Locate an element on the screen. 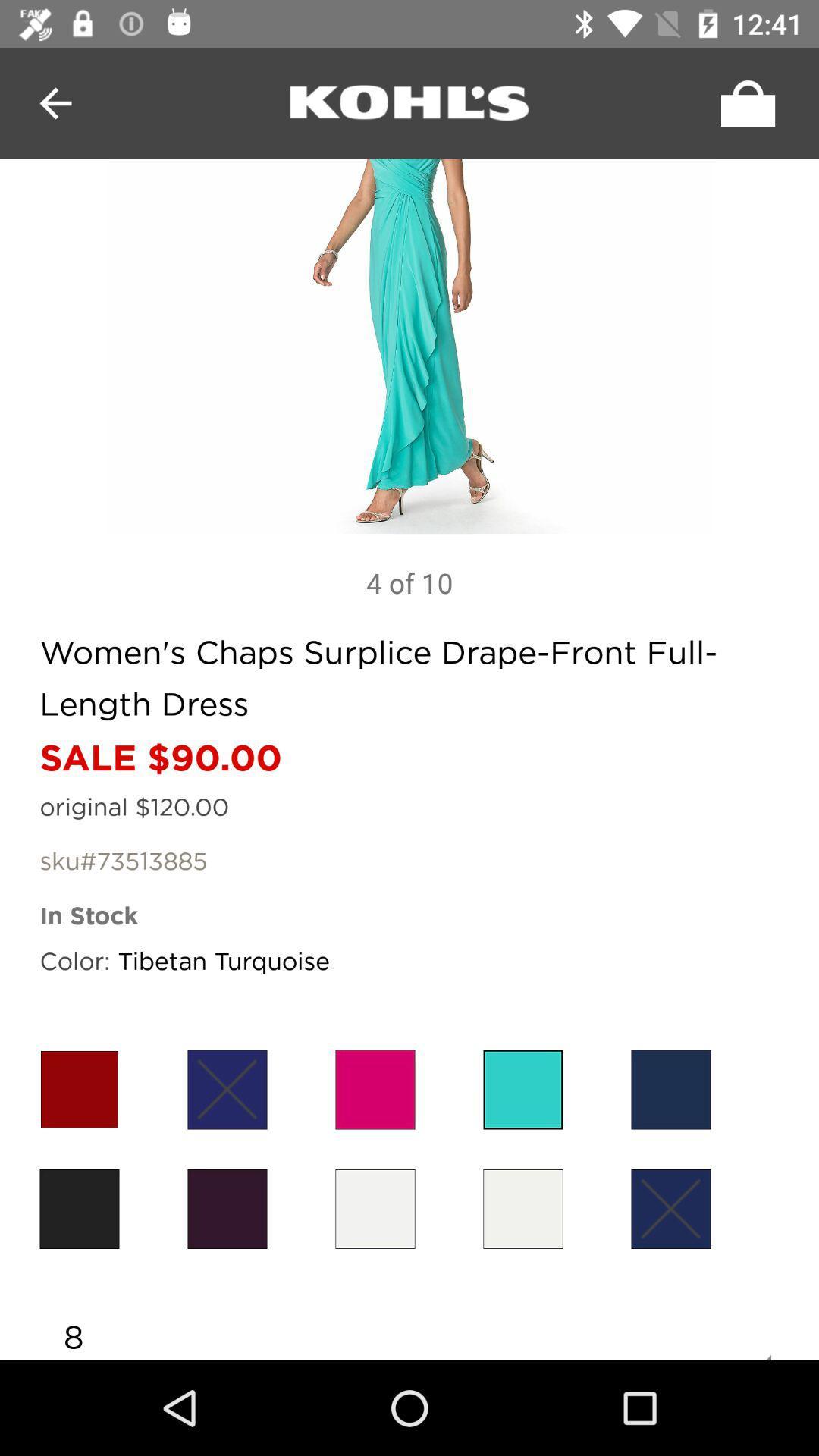 The image size is (819, 1456). to choose the color of dress is located at coordinates (522, 1208).